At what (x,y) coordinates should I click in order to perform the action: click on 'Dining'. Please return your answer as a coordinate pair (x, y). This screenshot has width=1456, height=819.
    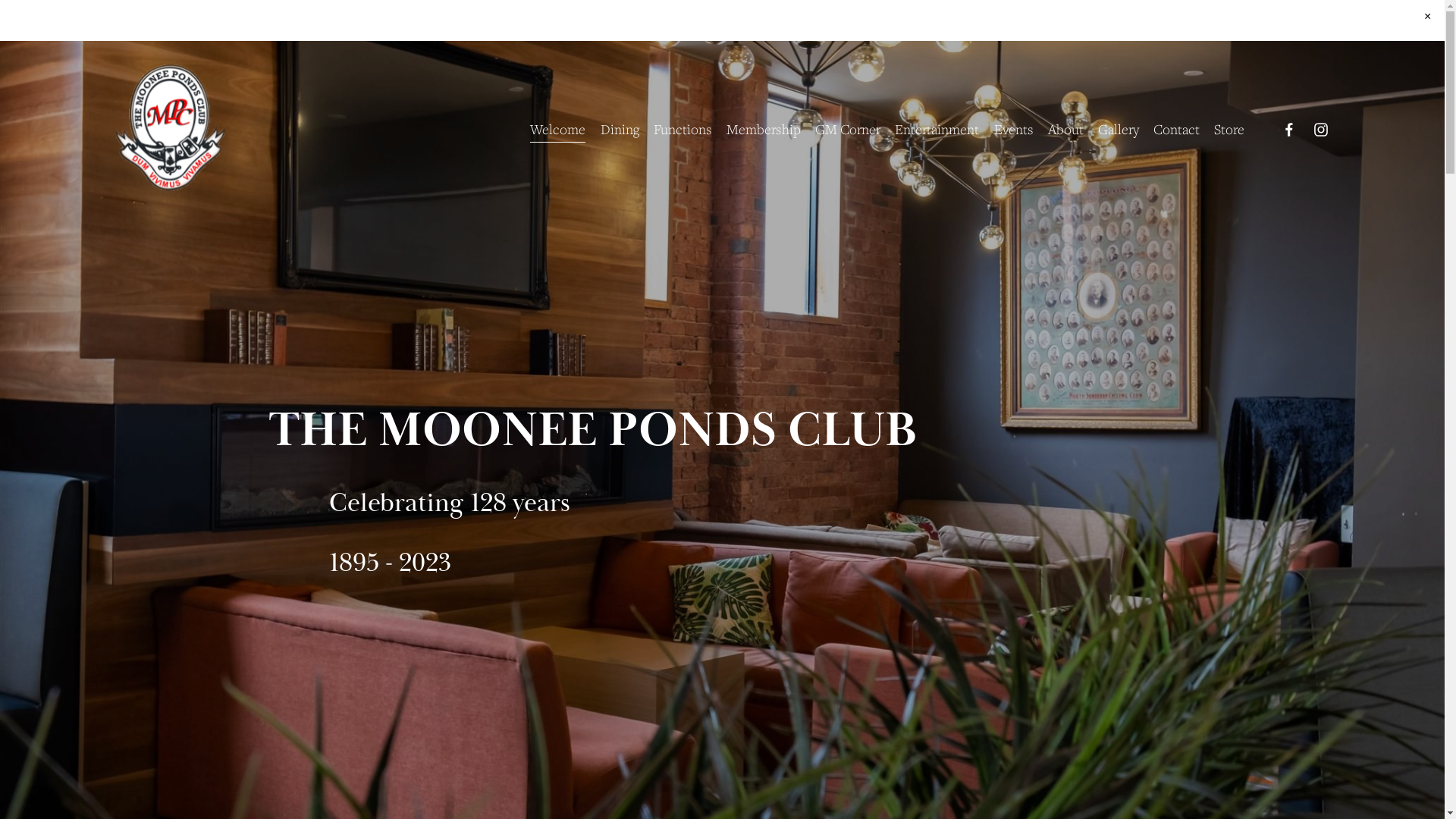
    Looking at the image, I should click on (620, 128).